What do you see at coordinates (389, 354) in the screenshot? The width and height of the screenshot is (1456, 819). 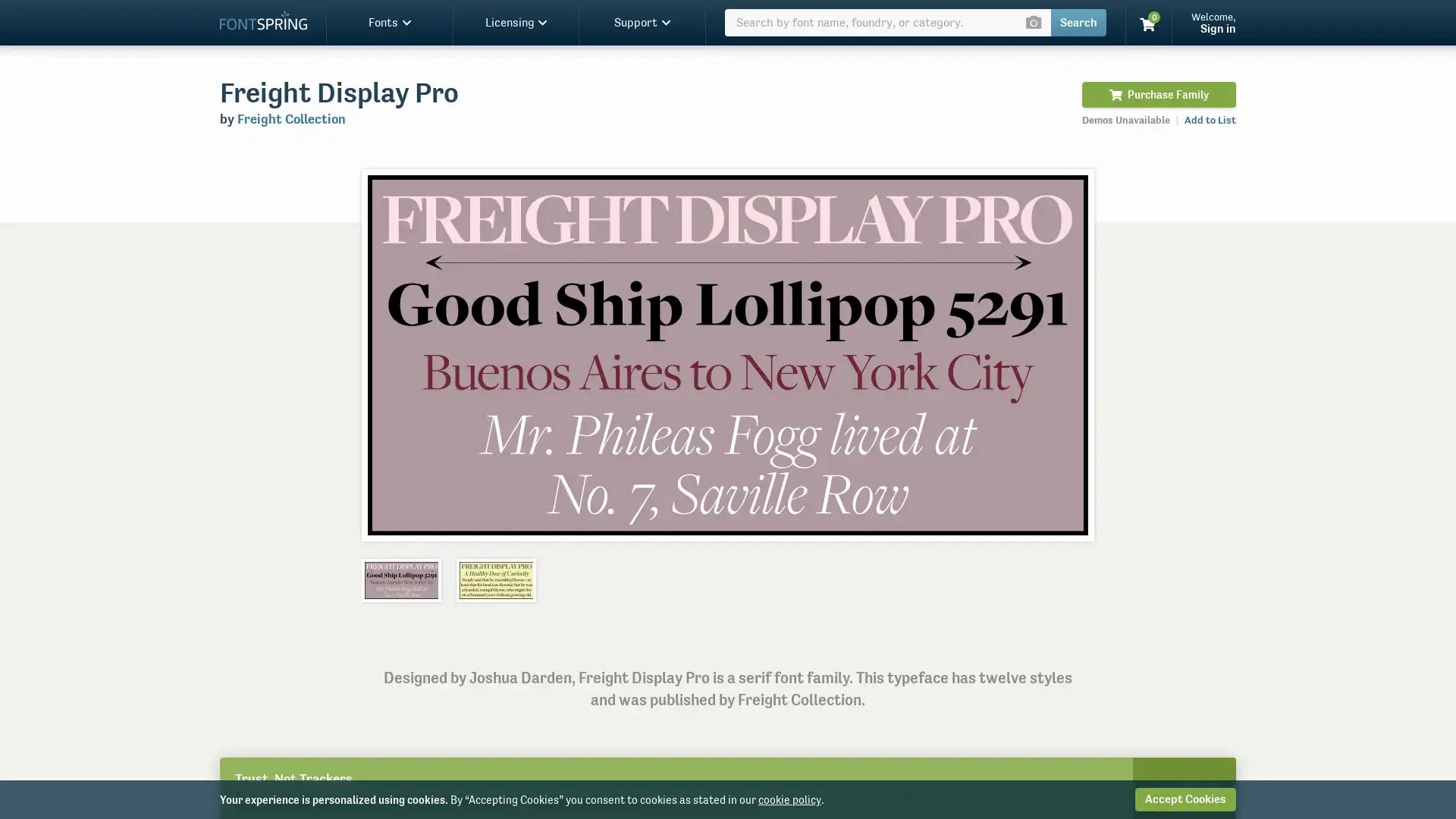 I see `Previous slide` at bounding box center [389, 354].